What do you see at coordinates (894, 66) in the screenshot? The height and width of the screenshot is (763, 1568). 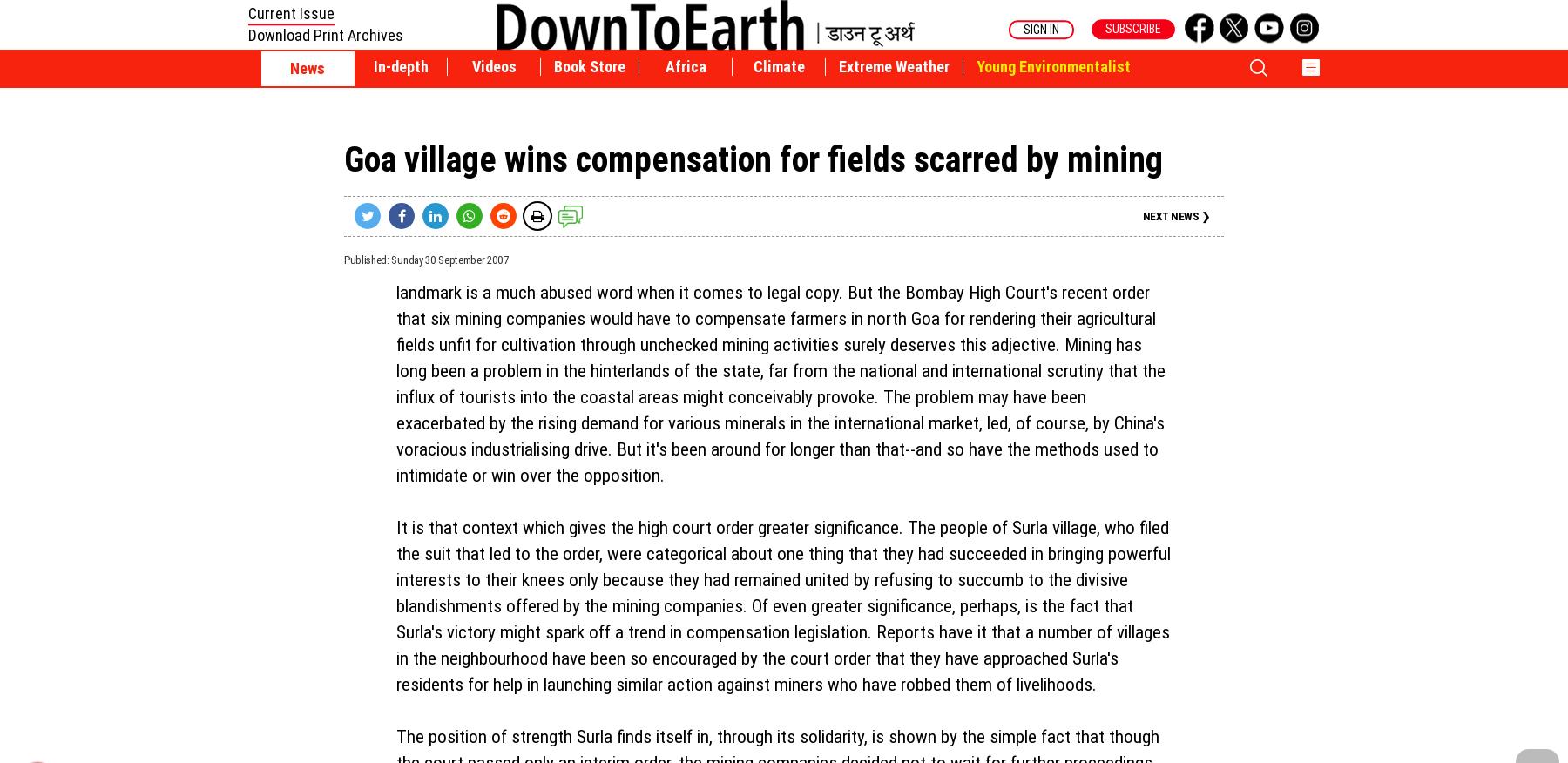 I see `'Extreme Weather'` at bounding box center [894, 66].